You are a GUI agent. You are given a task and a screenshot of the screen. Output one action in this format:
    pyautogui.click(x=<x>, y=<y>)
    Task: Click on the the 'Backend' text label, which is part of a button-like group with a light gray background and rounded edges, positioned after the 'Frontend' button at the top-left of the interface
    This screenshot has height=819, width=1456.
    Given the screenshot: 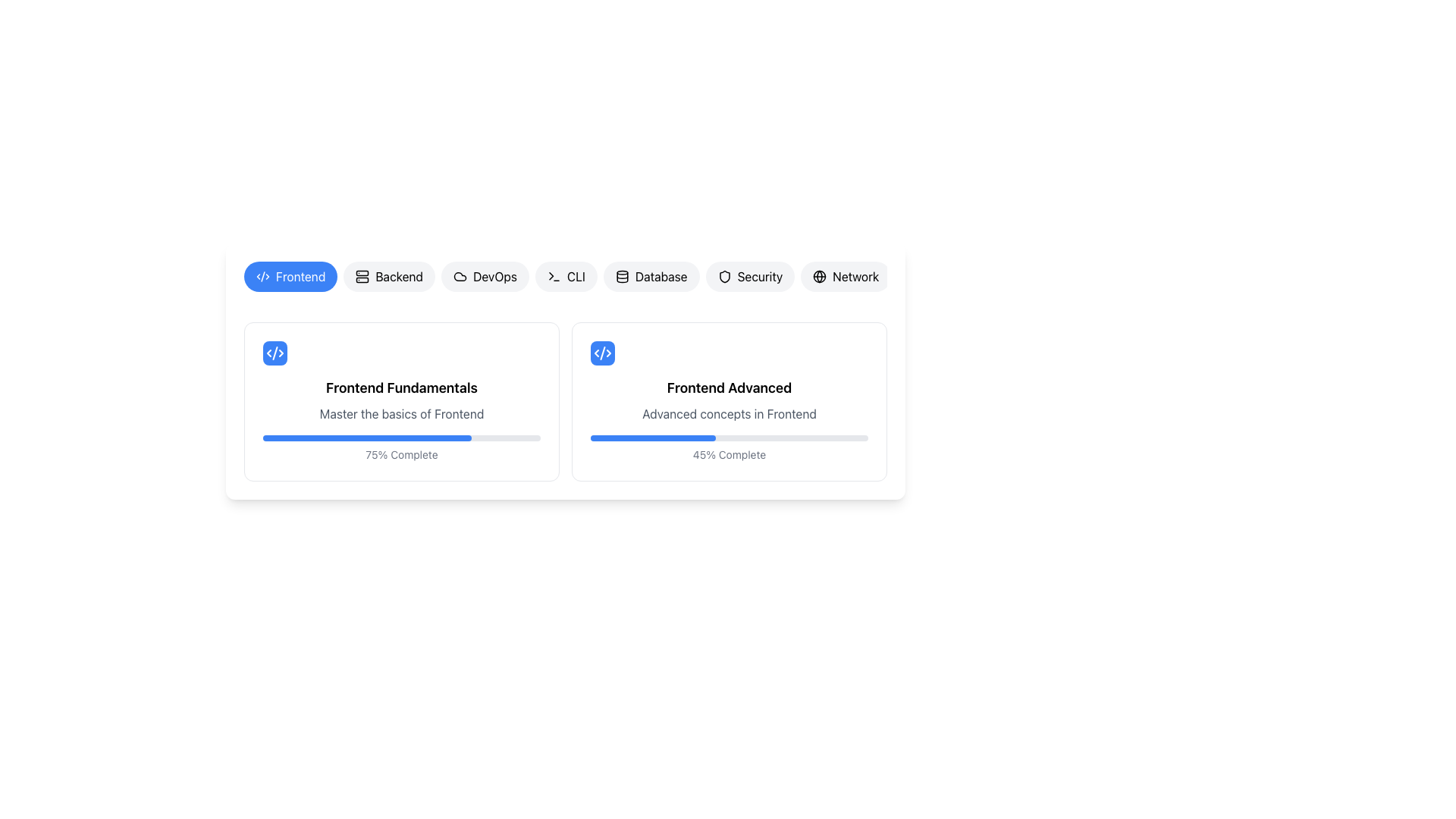 What is the action you would take?
    pyautogui.click(x=399, y=277)
    